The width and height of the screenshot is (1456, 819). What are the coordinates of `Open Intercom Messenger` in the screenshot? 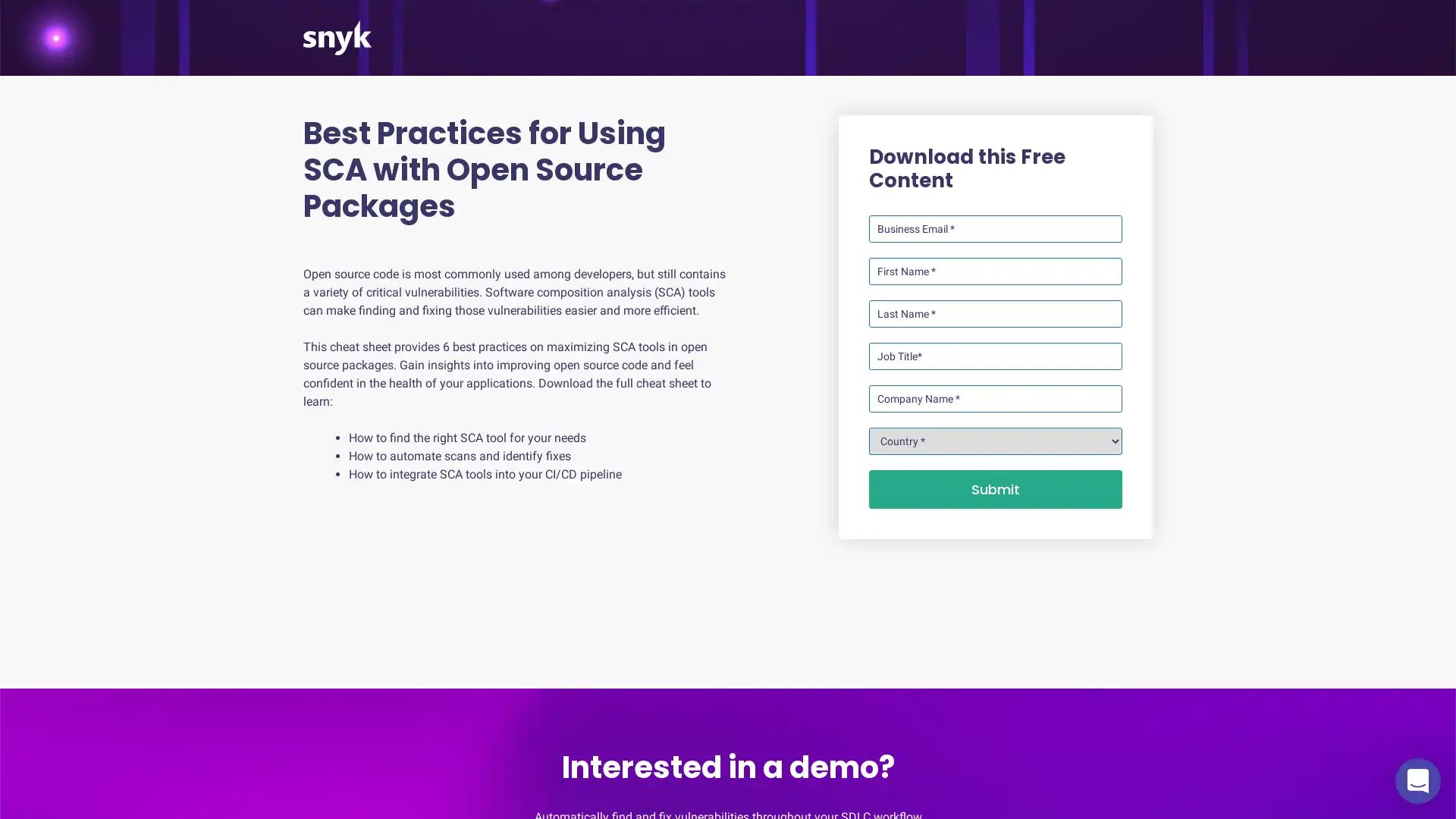 It's located at (1417, 780).